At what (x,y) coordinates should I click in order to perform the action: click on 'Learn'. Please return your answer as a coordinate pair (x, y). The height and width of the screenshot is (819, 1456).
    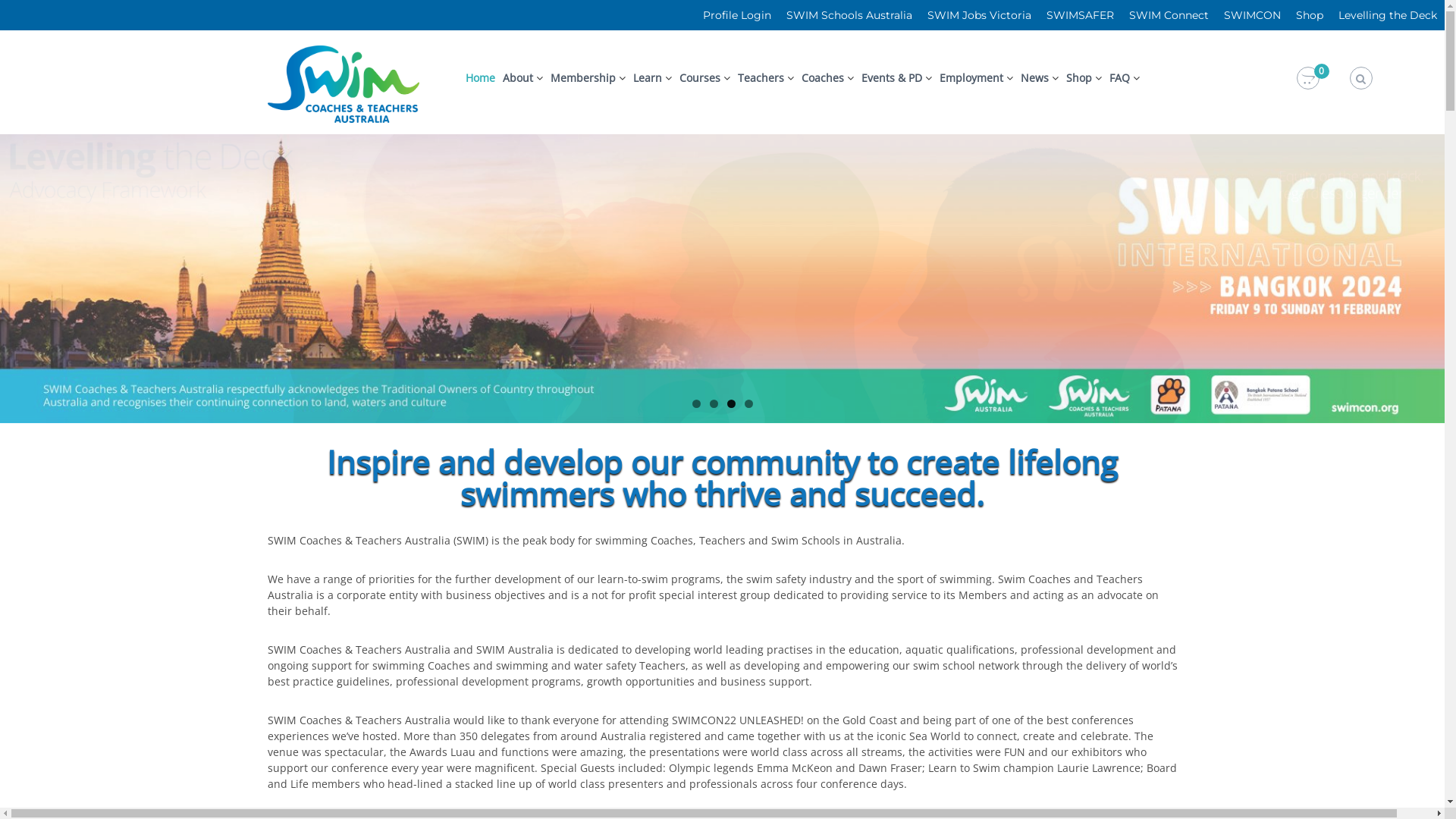
    Looking at the image, I should click on (648, 77).